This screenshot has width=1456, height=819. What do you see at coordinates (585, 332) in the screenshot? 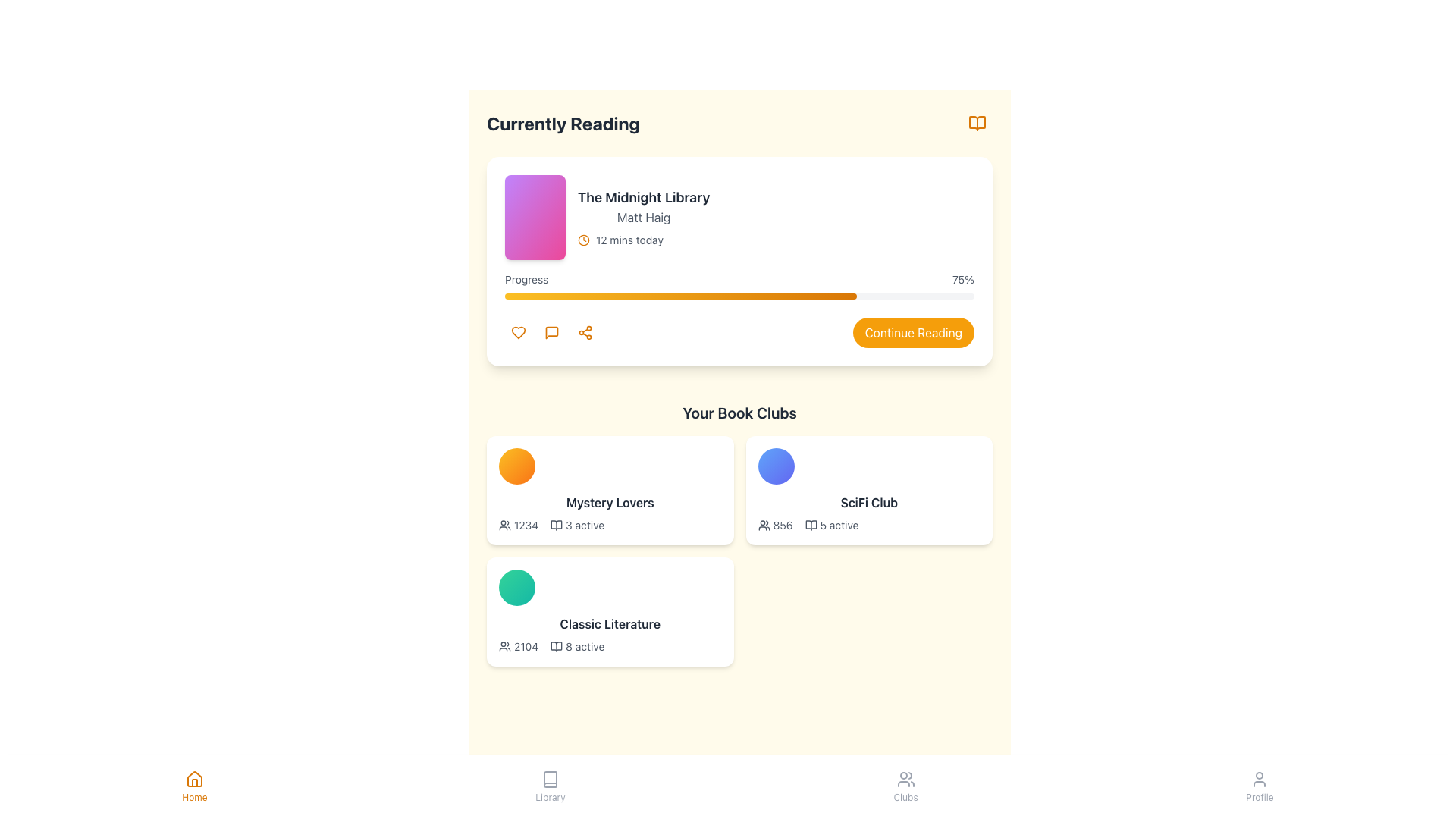
I see `the share icon located in the 'Currently Reading' section to share the content related to the current book` at bounding box center [585, 332].